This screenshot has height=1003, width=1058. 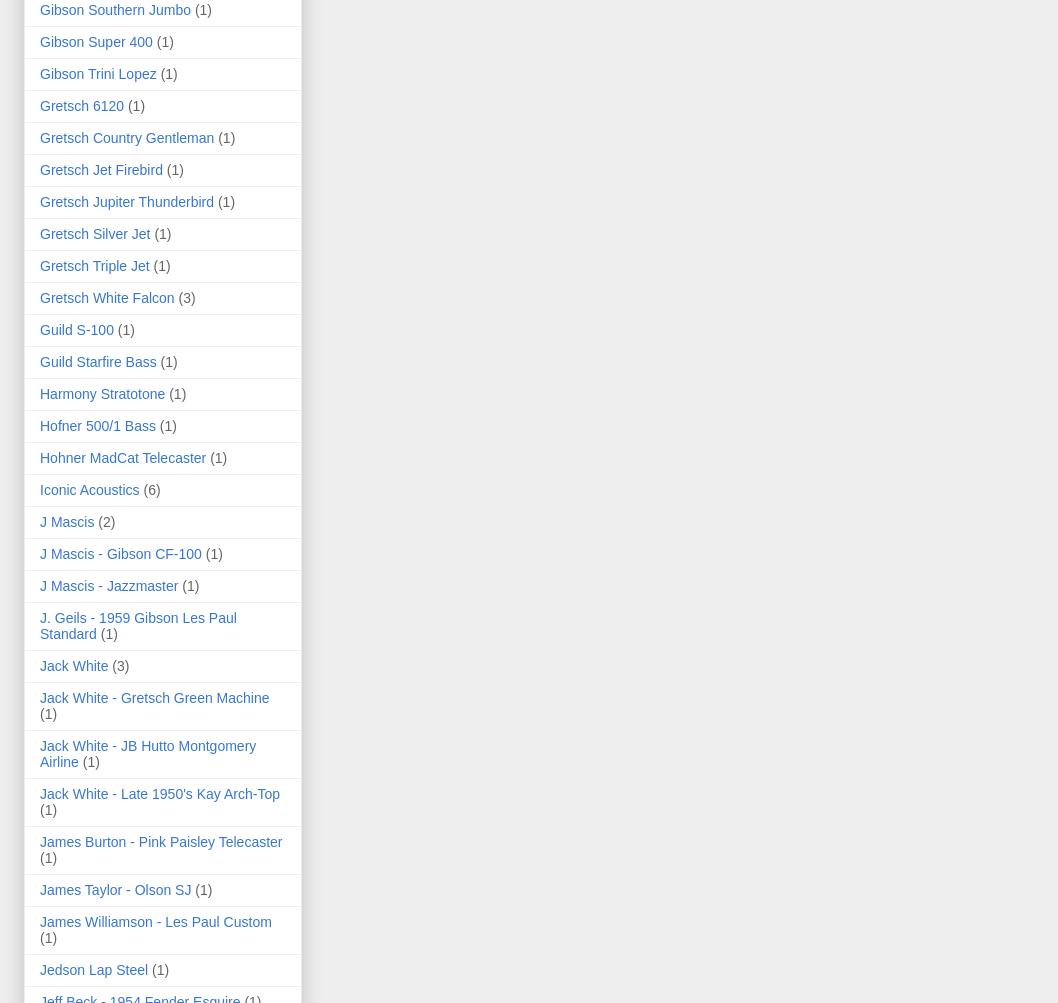 I want to click on '(2)', so click(x=105, y=519).